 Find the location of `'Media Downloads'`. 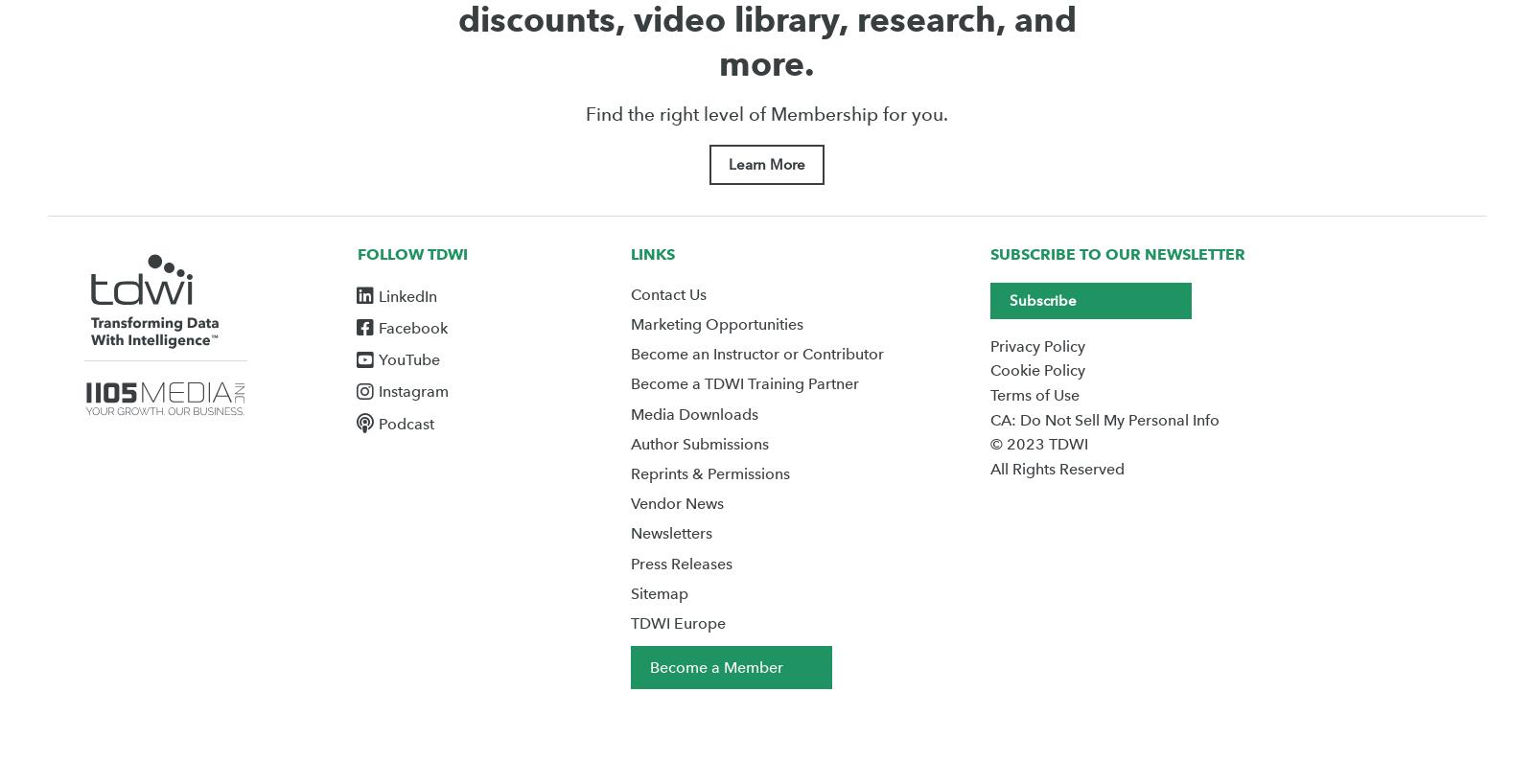

'Media Downloads' is located at coordinates (693, 412).